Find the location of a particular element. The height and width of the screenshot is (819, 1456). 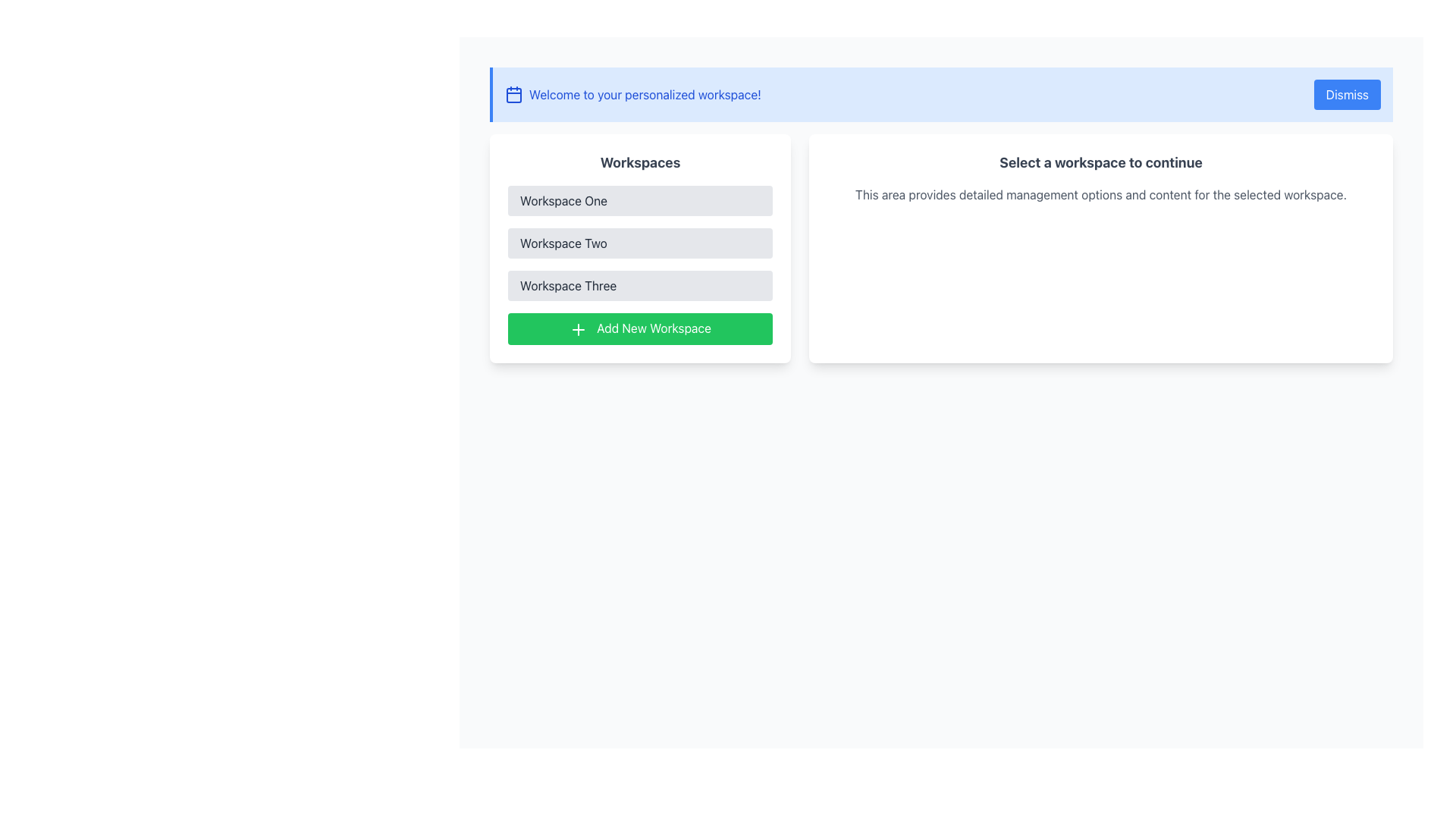

the 'Create New Workspace' button located at the bottom of the 'Workspaces' card for accessibility purposes is located at coordinates (640, 328).